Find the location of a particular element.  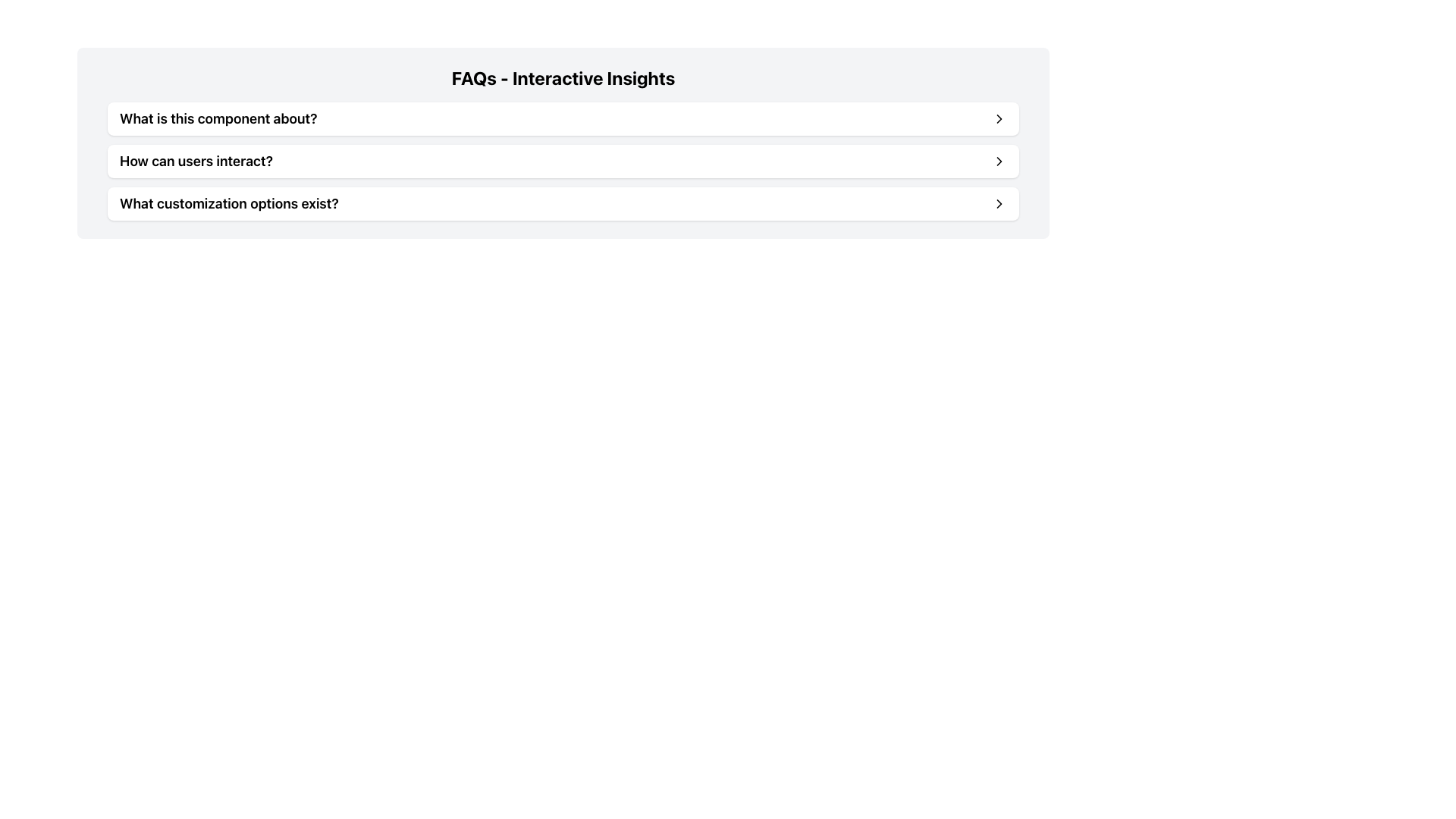

the FAQ header text located in the middle row of the FAQ items list, which summarizes the content or question is located at coordinates (196, 161).